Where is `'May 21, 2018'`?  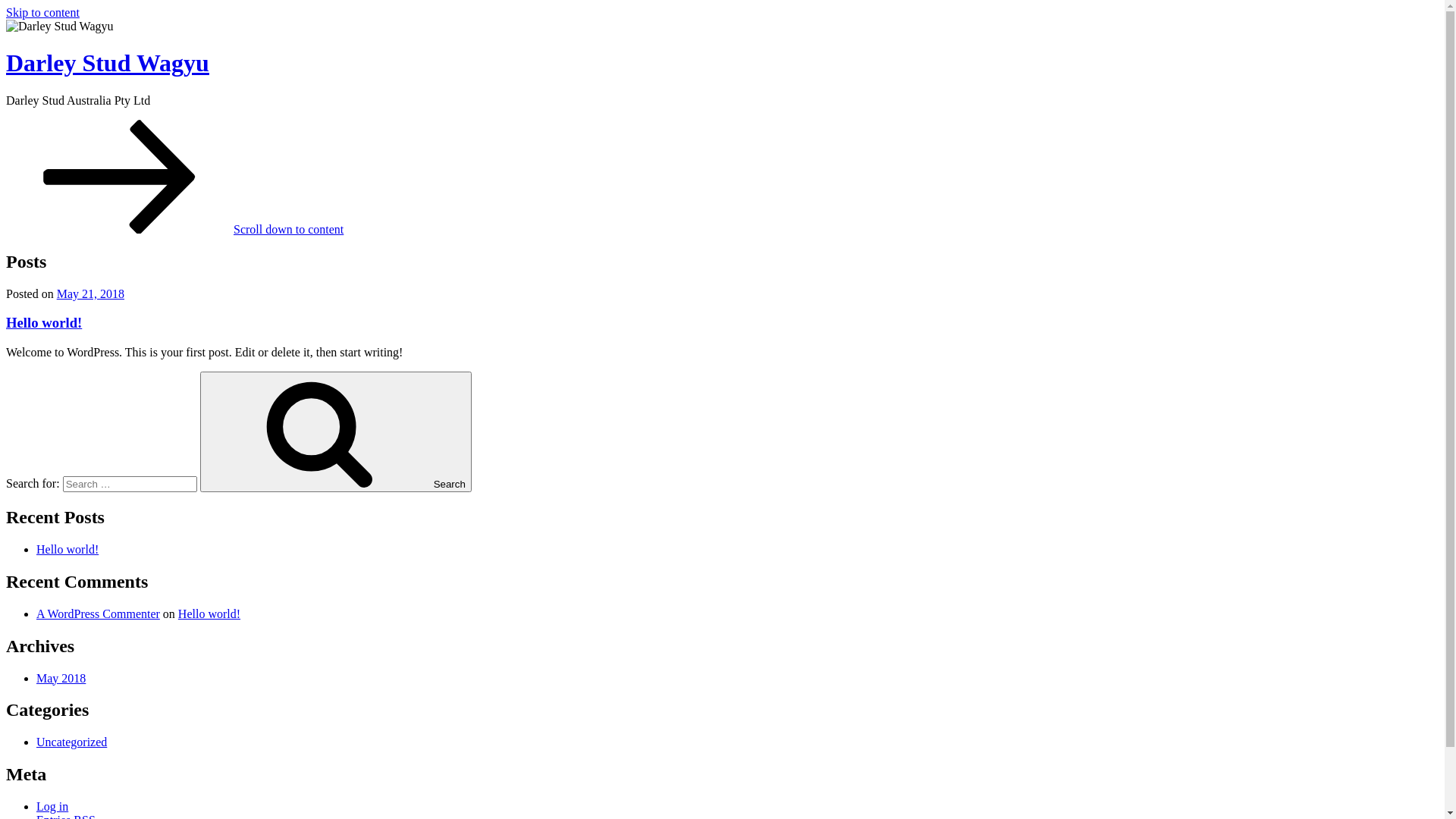
'May 21, 2018' is located at coordinates (89, 293).